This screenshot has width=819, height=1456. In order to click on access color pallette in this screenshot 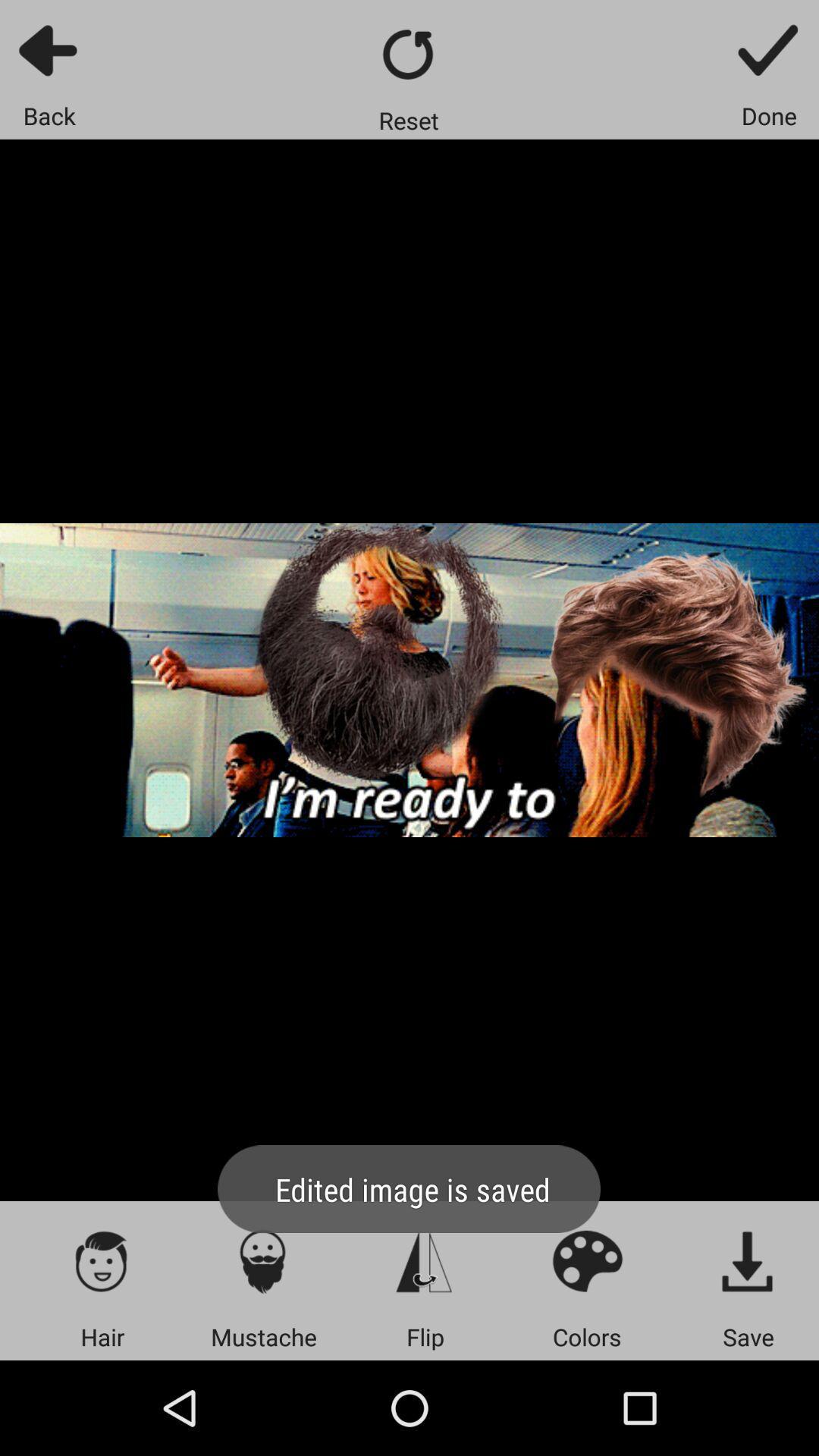, I will do `click(586, 1260)`.